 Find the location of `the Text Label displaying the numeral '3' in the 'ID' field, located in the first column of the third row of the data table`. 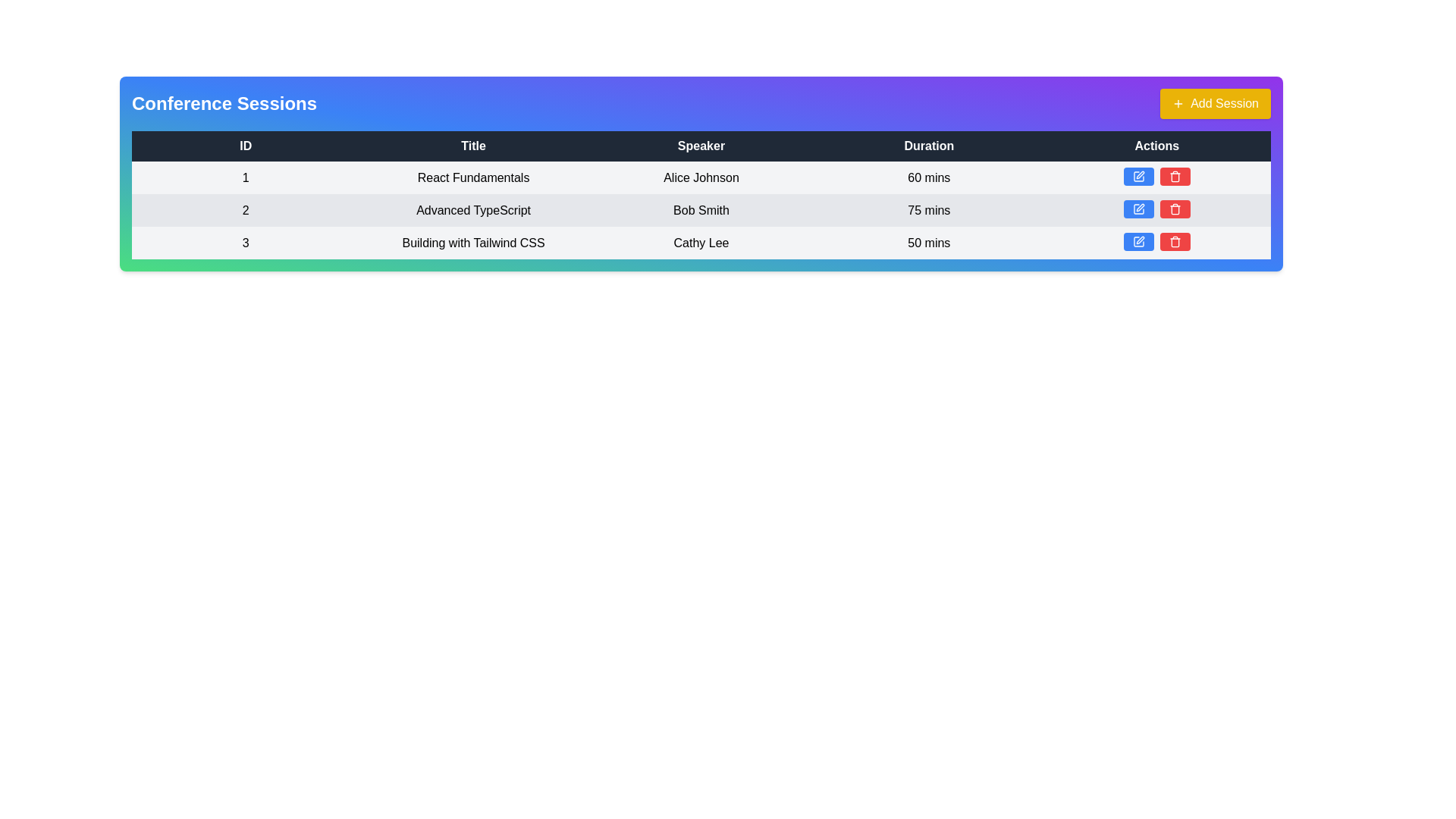

the Text Label displaying the numeral '3' in the 'ID' field, located in the first column of the third row of the data table is located at coordinates (246, 242).